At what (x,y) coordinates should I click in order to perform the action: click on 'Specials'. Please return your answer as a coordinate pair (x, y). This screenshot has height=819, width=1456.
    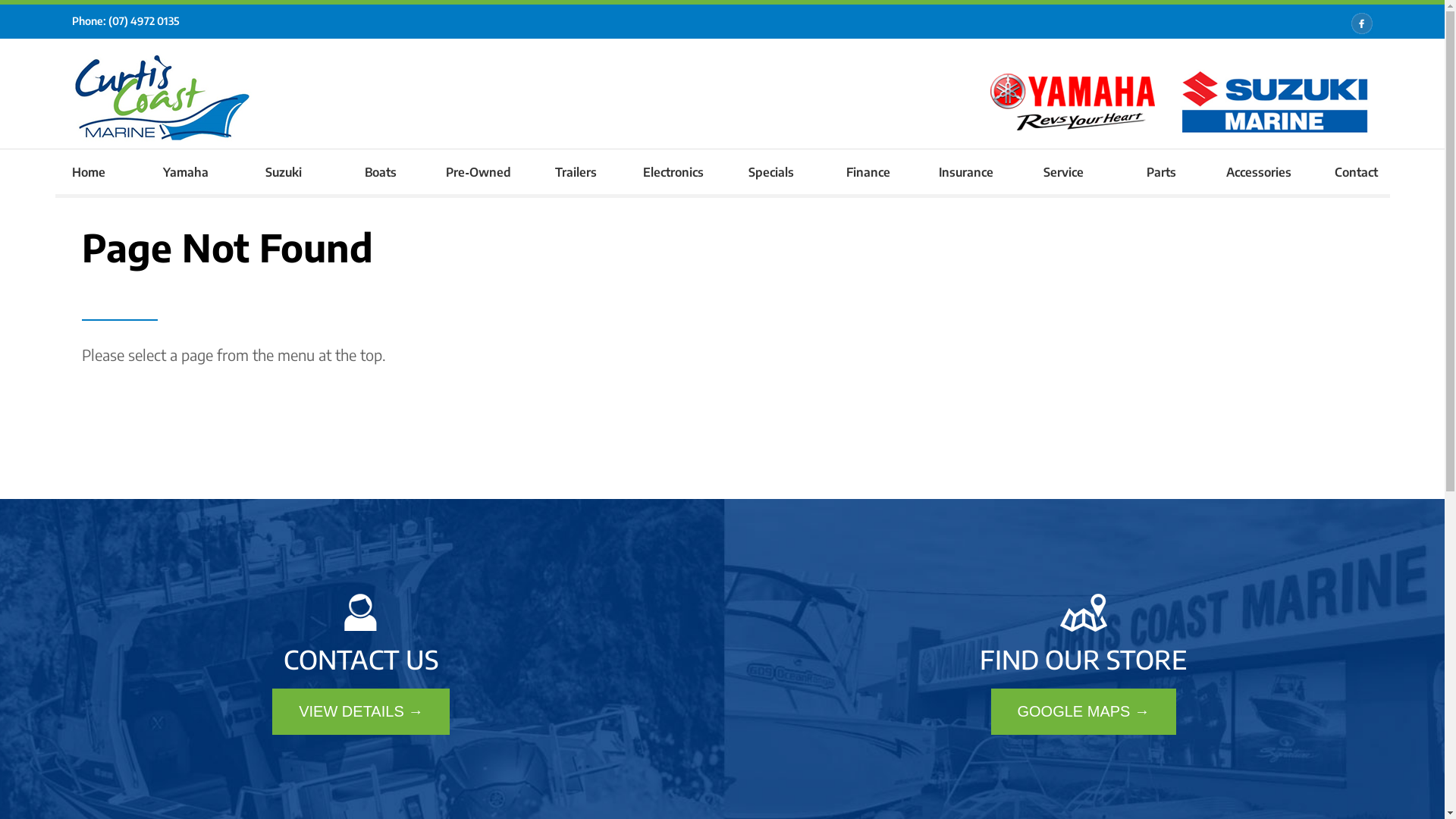
    Looking at the image, I should click on (720, 171).